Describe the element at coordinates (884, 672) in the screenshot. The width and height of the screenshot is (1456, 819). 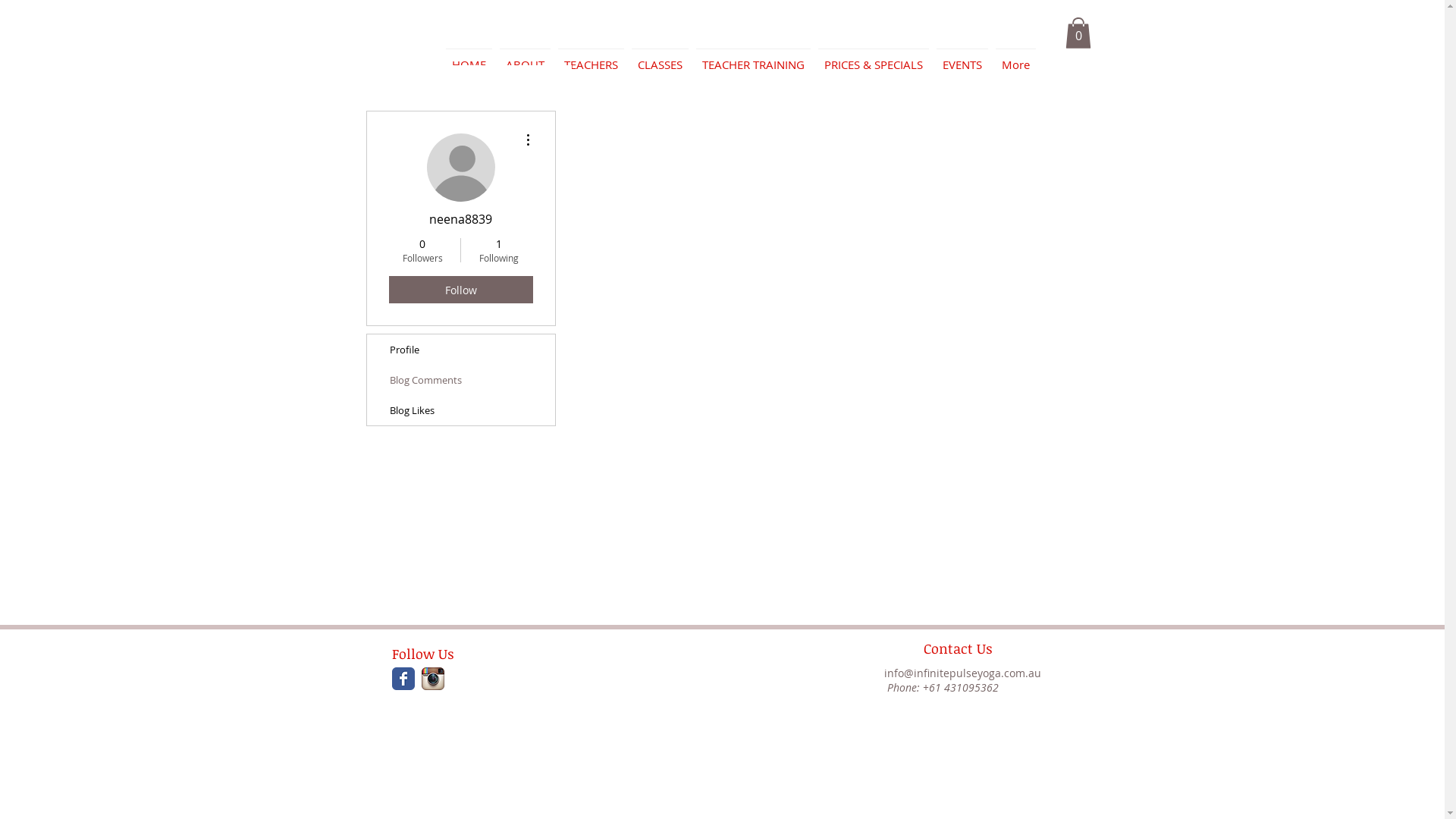
I see `'info@infinitepulseyoga.com.au'` at that location.